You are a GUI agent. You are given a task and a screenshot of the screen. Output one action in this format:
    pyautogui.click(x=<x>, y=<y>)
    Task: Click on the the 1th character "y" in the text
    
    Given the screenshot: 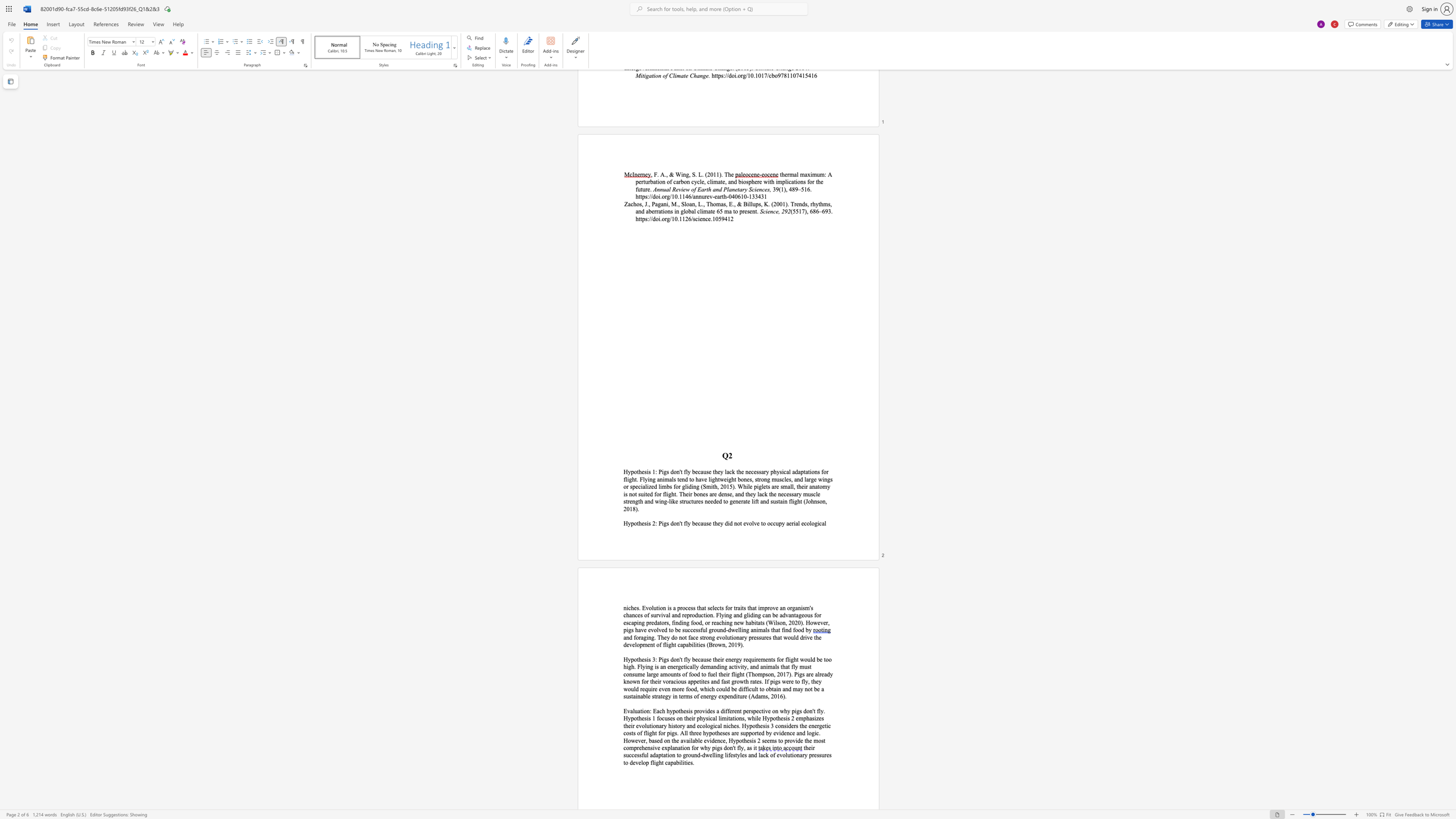 What is the action you would take?
    pyautogui.click(x=722, y=615)
    